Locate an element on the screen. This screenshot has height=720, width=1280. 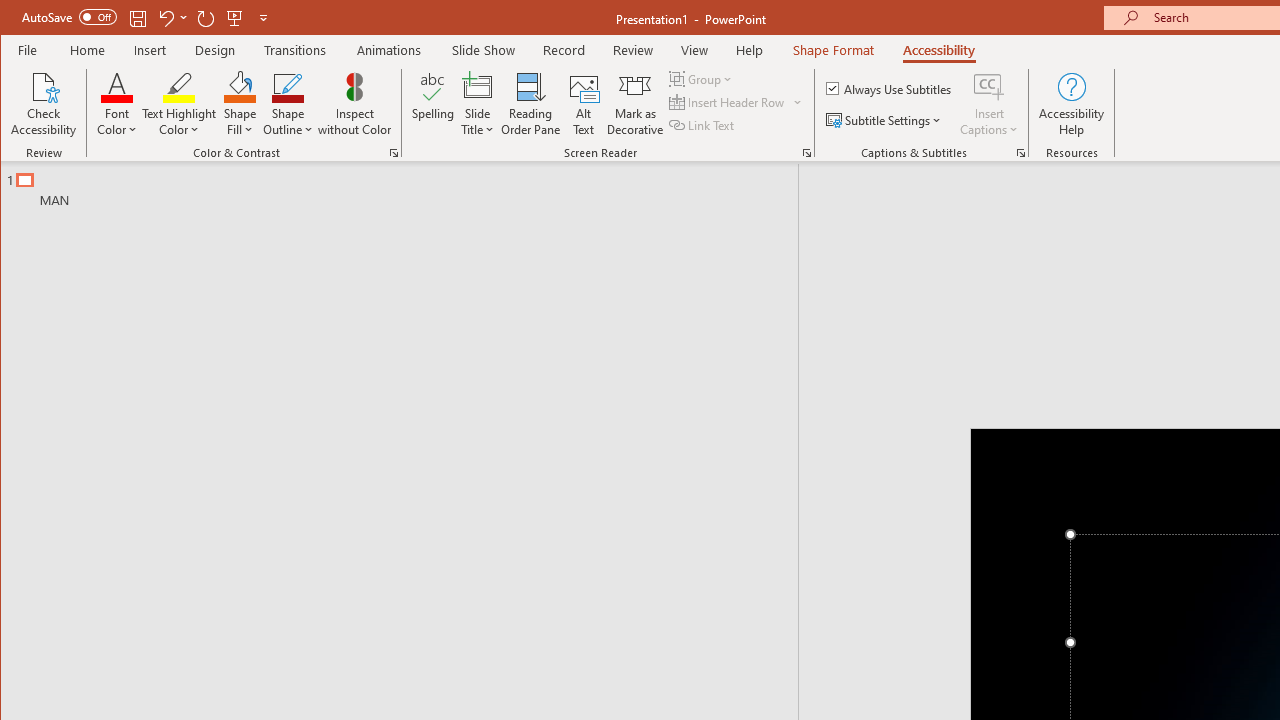
'Insert Captions' is located at coordinates (989, 104).